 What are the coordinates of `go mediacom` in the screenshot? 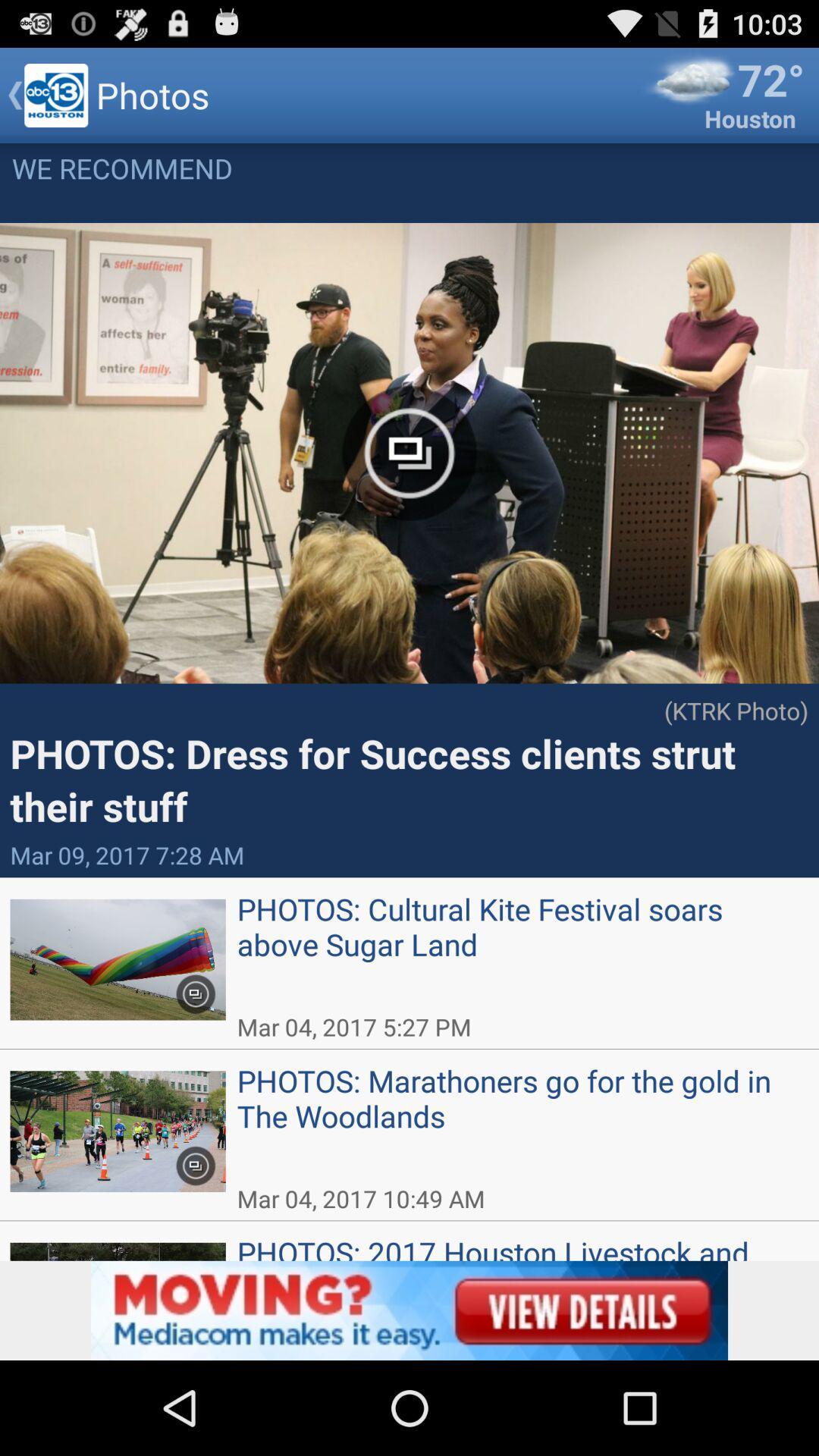 It's located at (409, 1310).